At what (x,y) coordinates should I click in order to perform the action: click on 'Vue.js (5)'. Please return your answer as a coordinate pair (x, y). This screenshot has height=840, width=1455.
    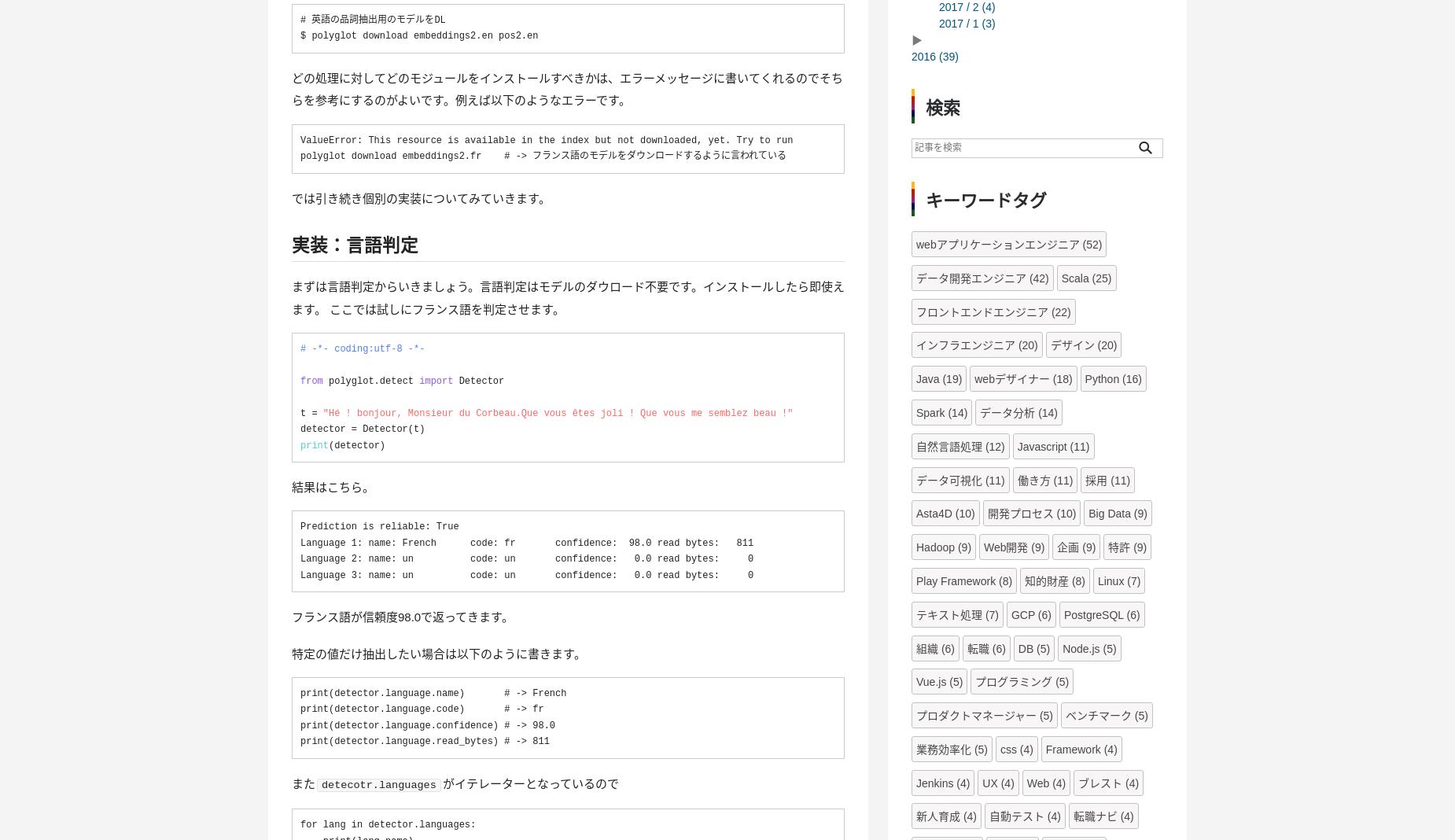
    Looking at the image, I should click on (938, 681).